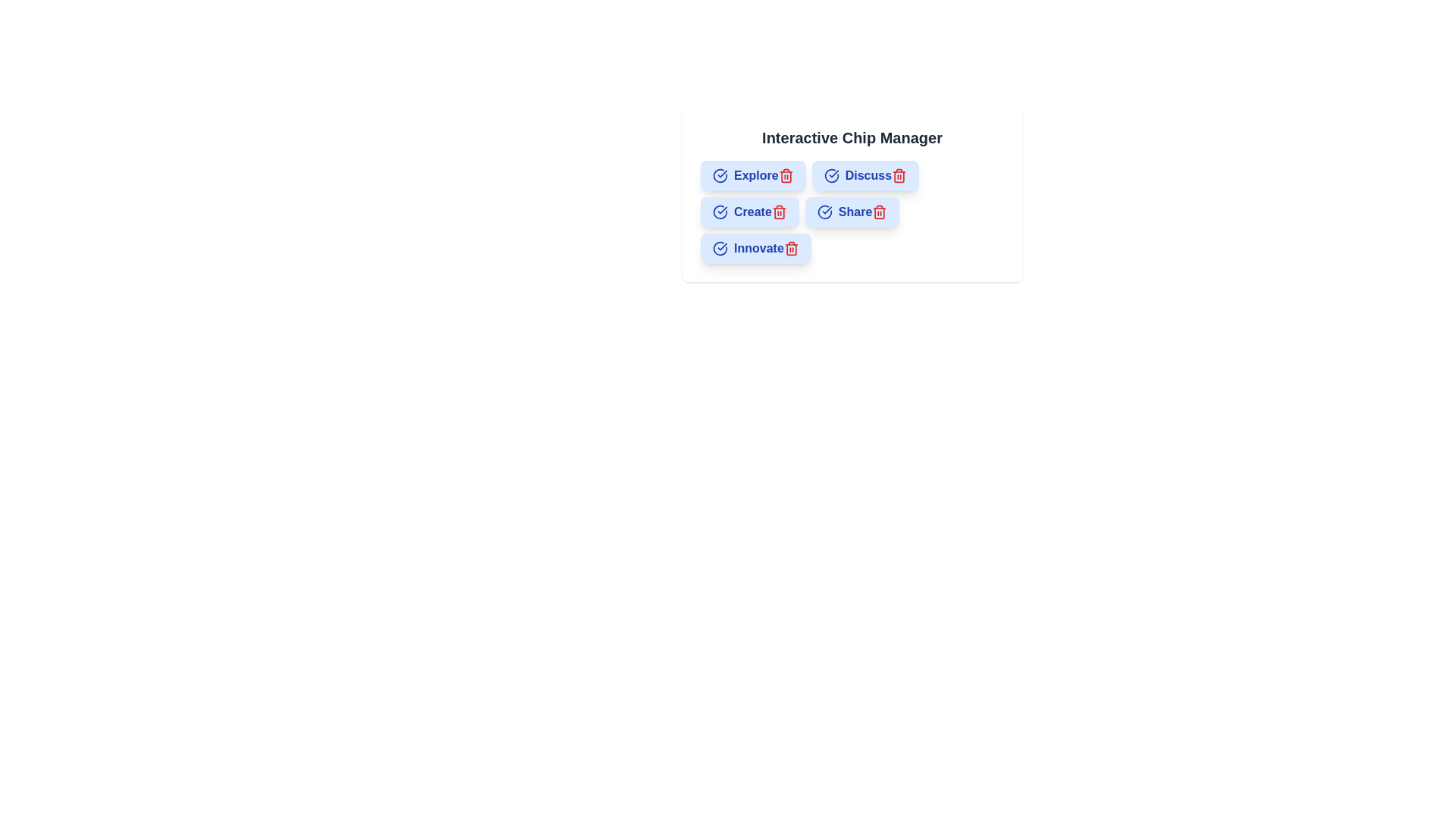 This screenshot has height=819, width=1456. I want to click on the chip labeled Discuss, so click(865, 174).